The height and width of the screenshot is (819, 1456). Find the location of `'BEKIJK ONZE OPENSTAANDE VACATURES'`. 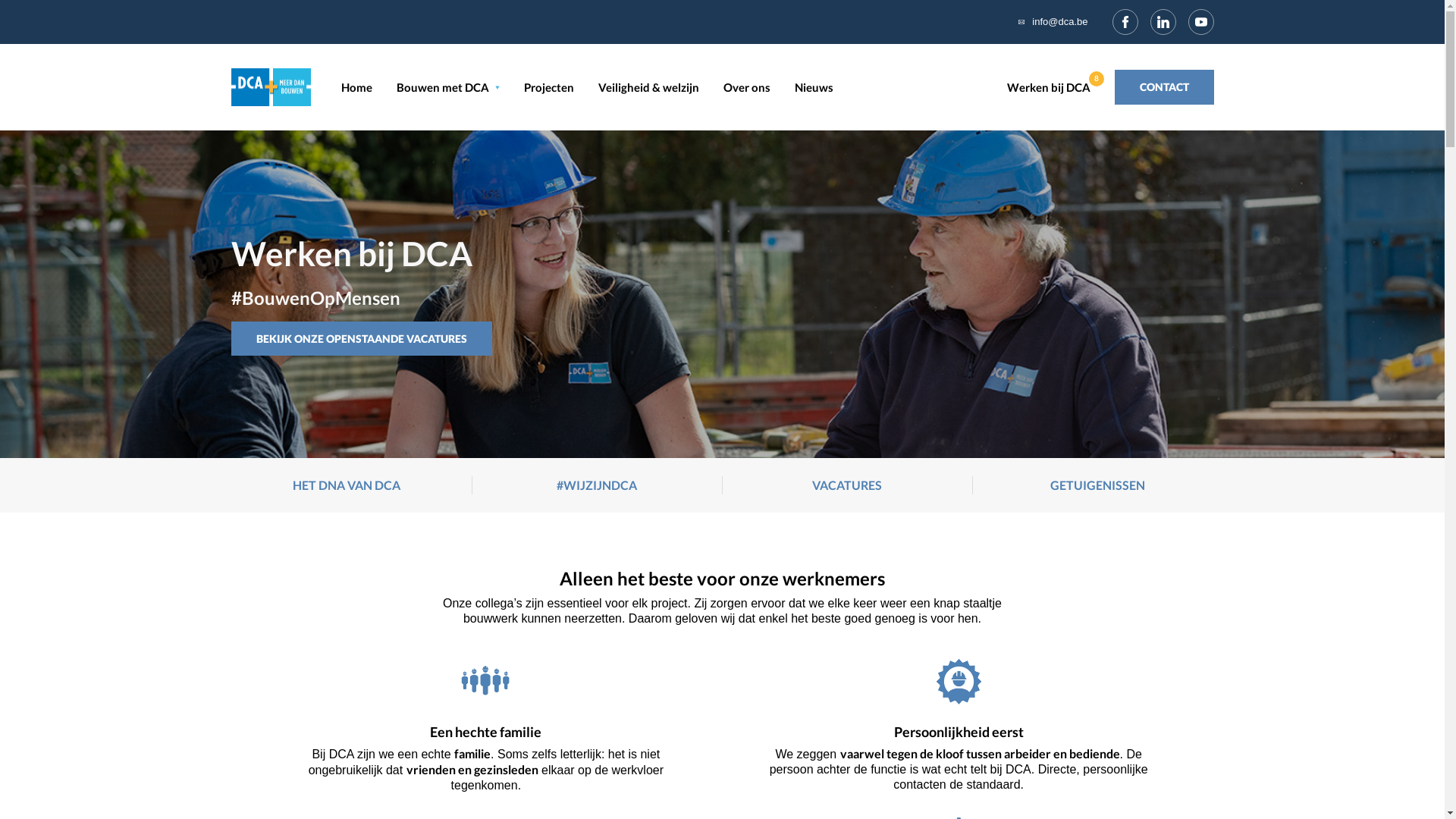

'BEKIJK ONZE OPENSTAANDE VACATURES' is located at coordinates (359, 338).